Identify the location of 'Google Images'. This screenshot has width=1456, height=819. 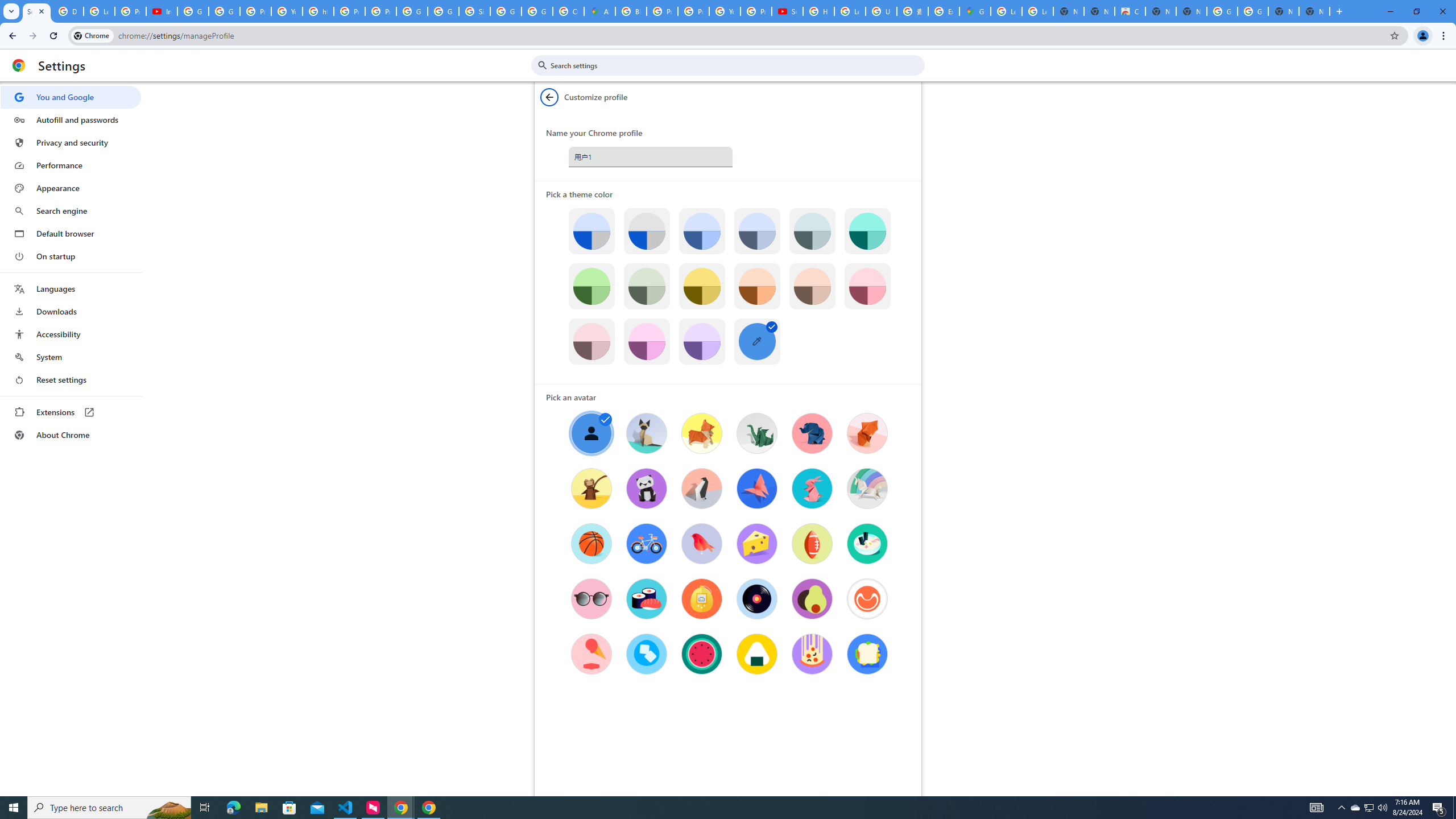
(1252, 11).